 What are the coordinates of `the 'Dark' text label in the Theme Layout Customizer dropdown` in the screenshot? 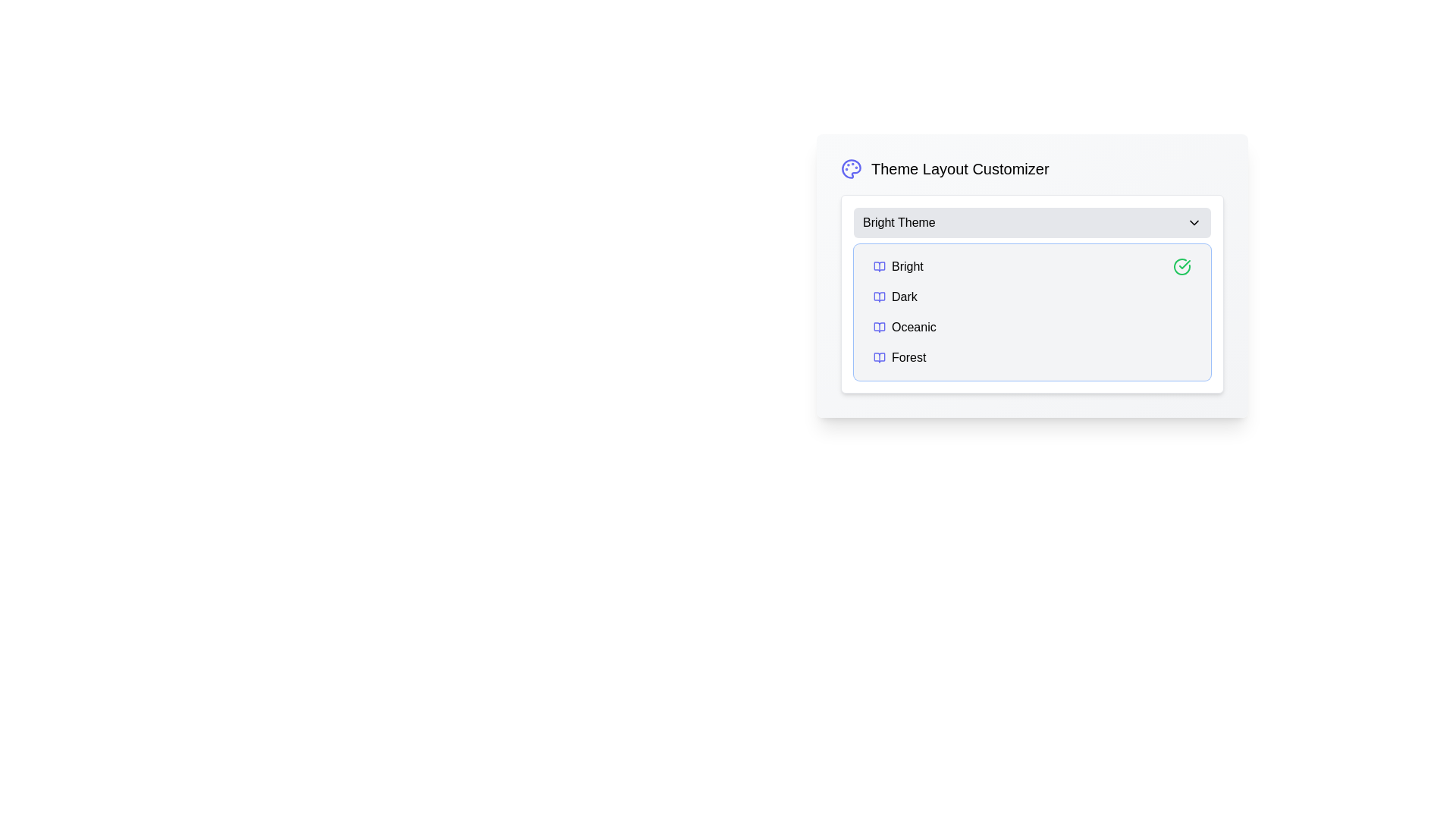 It's located at (904, 297).